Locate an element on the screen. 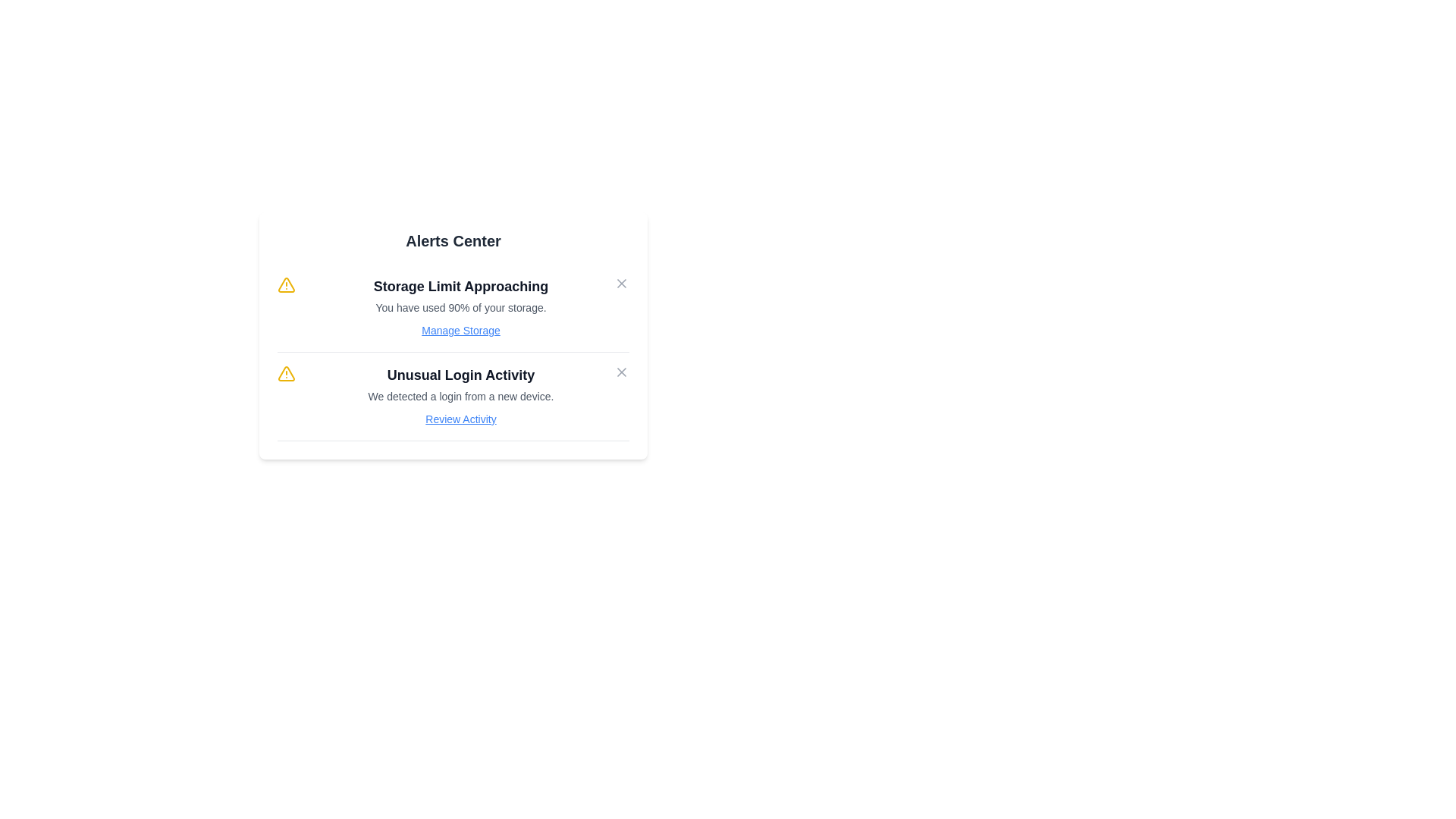 This screenshot has height=819, width=1456. the icon corresponding to warning for the alert titled Unusual Login Activity is located at coordinates (287, 374).